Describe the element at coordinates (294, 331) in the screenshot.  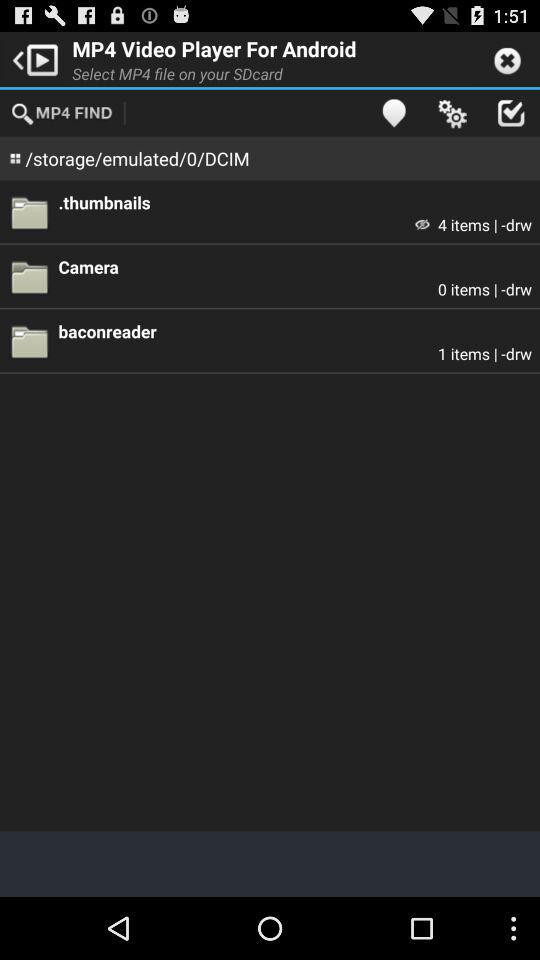
I see `the item below the 0 items | -drw` at that location.